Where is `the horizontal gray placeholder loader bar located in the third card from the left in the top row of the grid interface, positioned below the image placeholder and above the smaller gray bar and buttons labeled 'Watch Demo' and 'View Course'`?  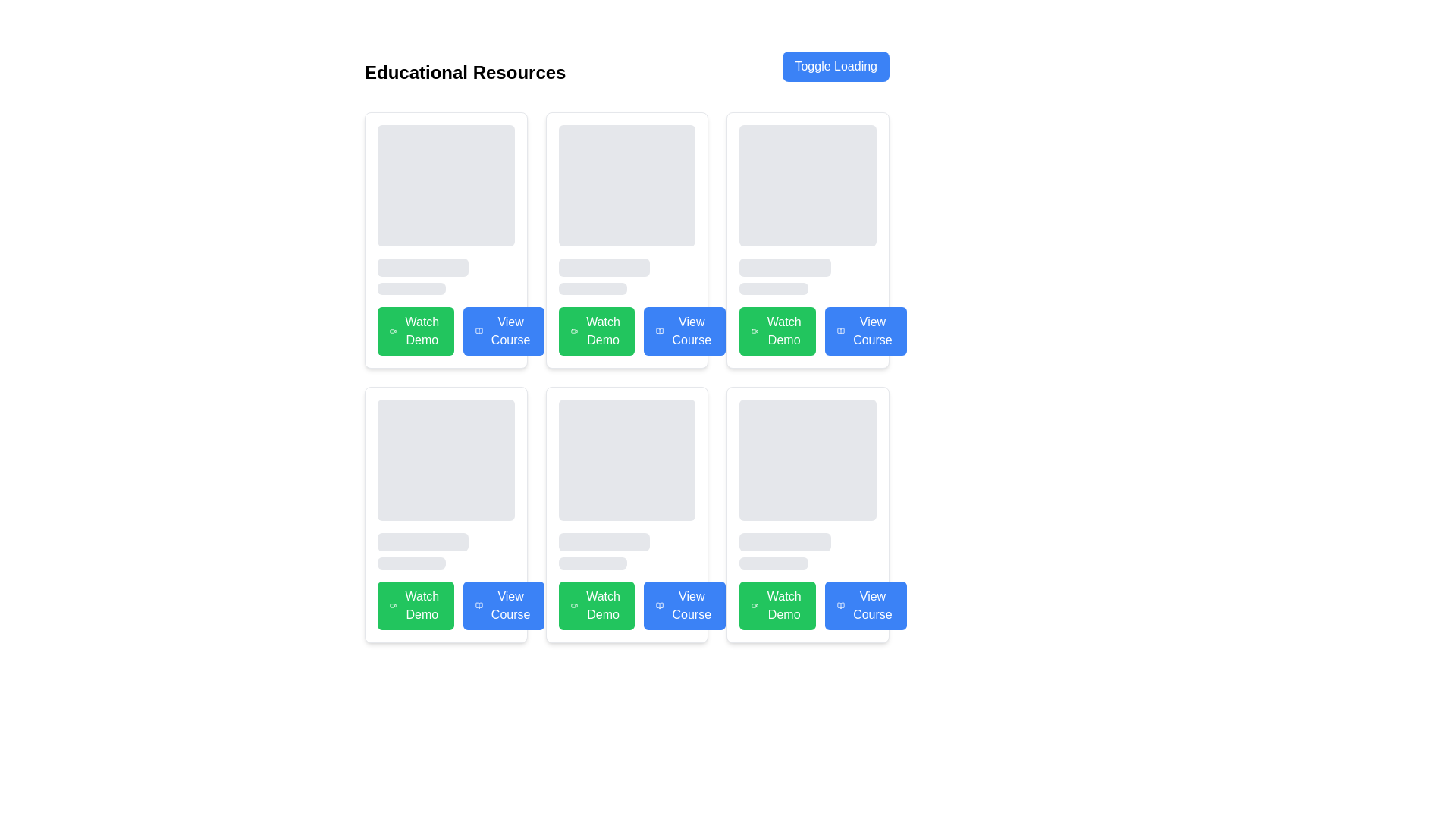 the horizontal gray placeholder loader bar located in the third card from the left in the top row of the grid interface, positioned below the image placeholder and above the smaller gray bar and buttons labeled 'Watch Demo' and 'View Course' is located at coordinates (785, 267).